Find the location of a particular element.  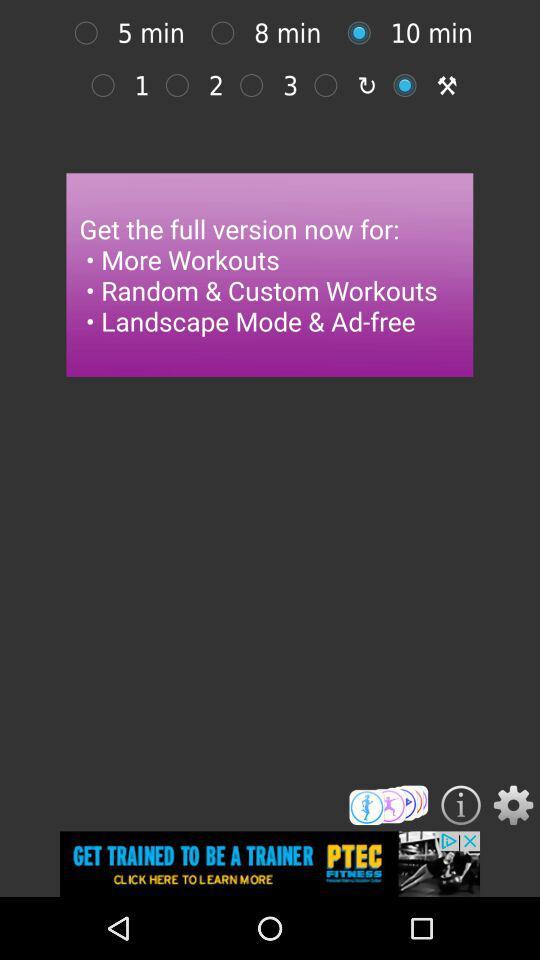

option is located at coordinates (363, 32).